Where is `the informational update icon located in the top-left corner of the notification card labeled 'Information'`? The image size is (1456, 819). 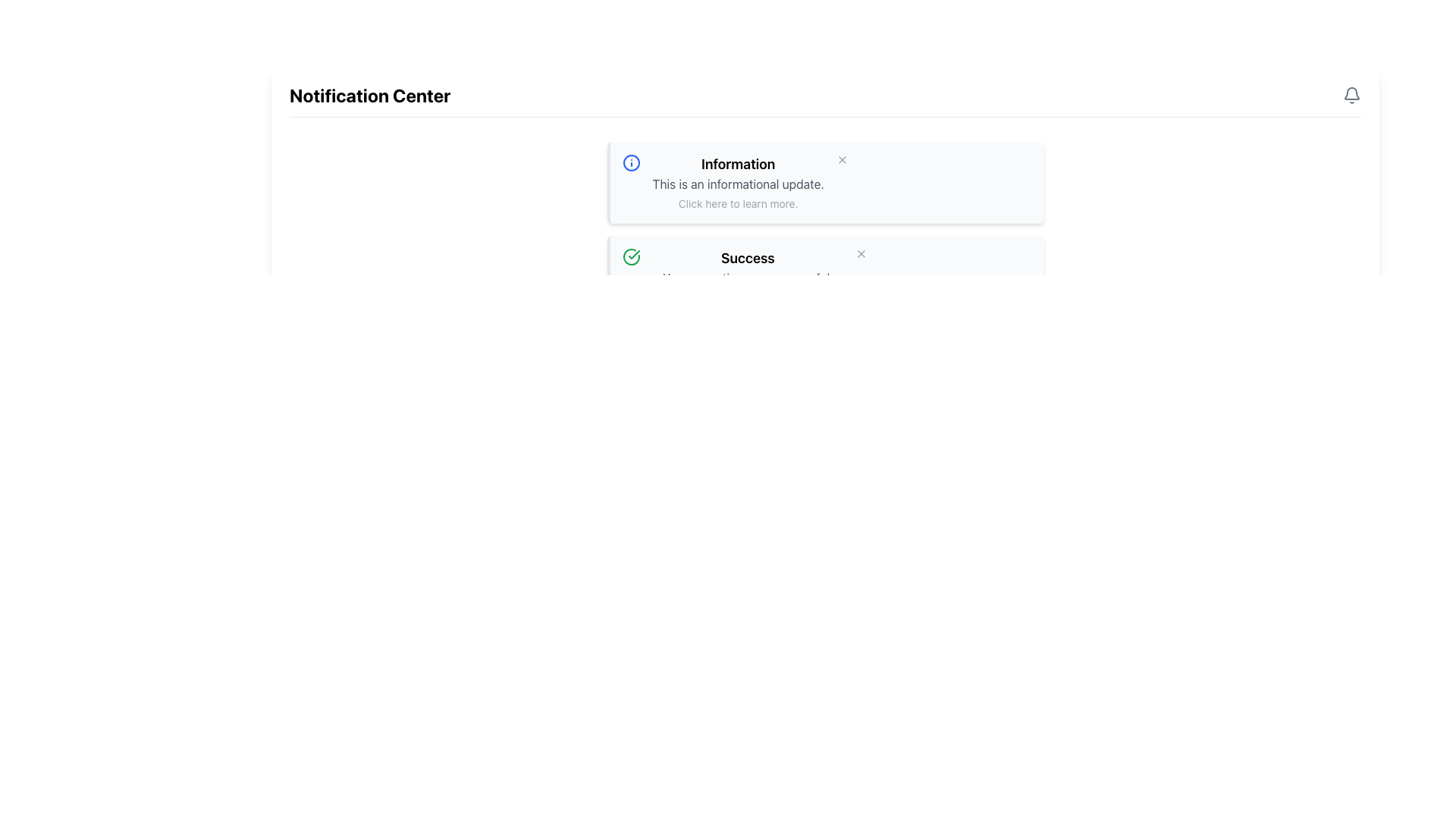 the informational update icon located in the top-left corner of the notification card labeled 'Information' is located at coordinates (631, 163).